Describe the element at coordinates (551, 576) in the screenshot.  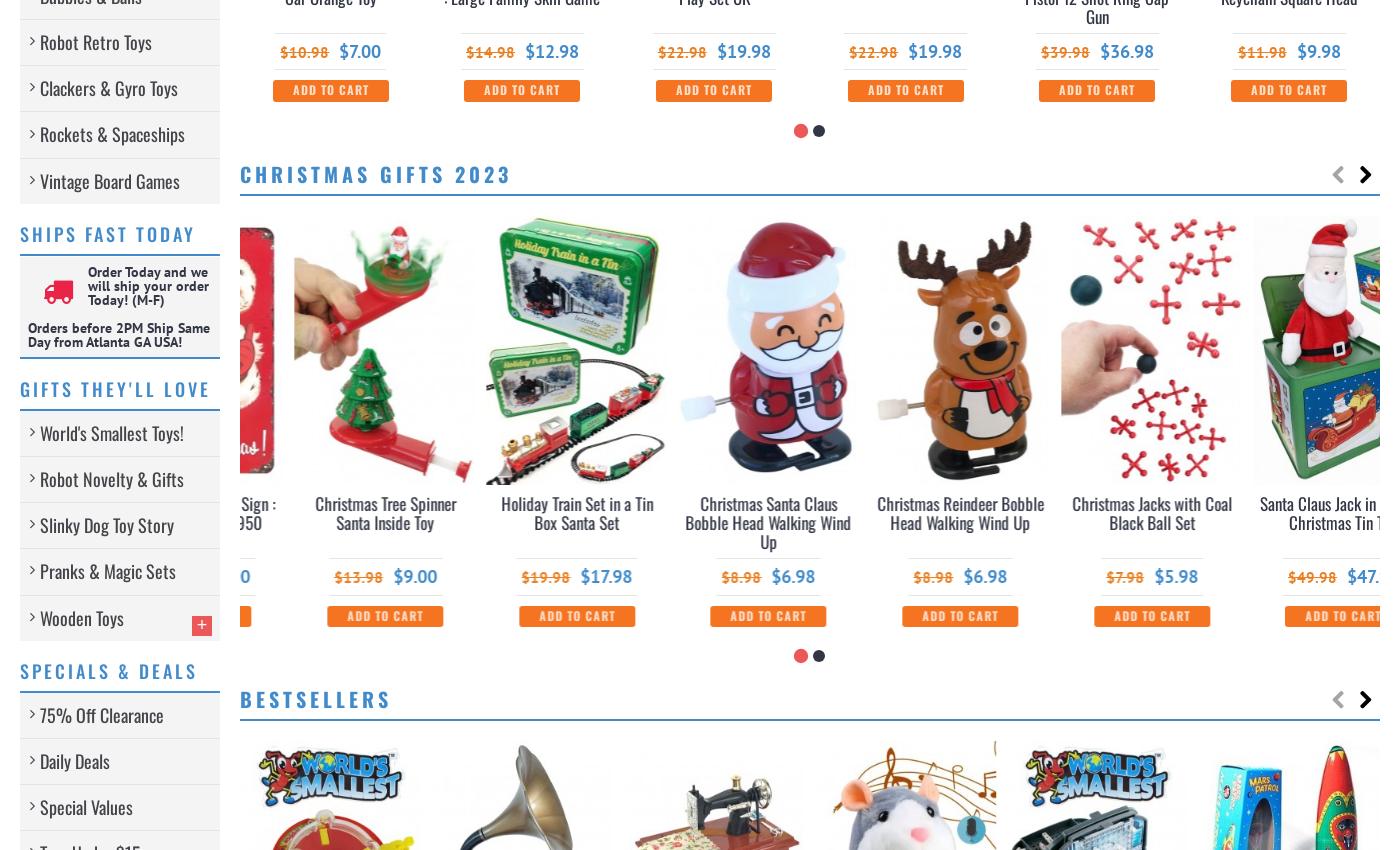
I see `'$11.00'` at that location.